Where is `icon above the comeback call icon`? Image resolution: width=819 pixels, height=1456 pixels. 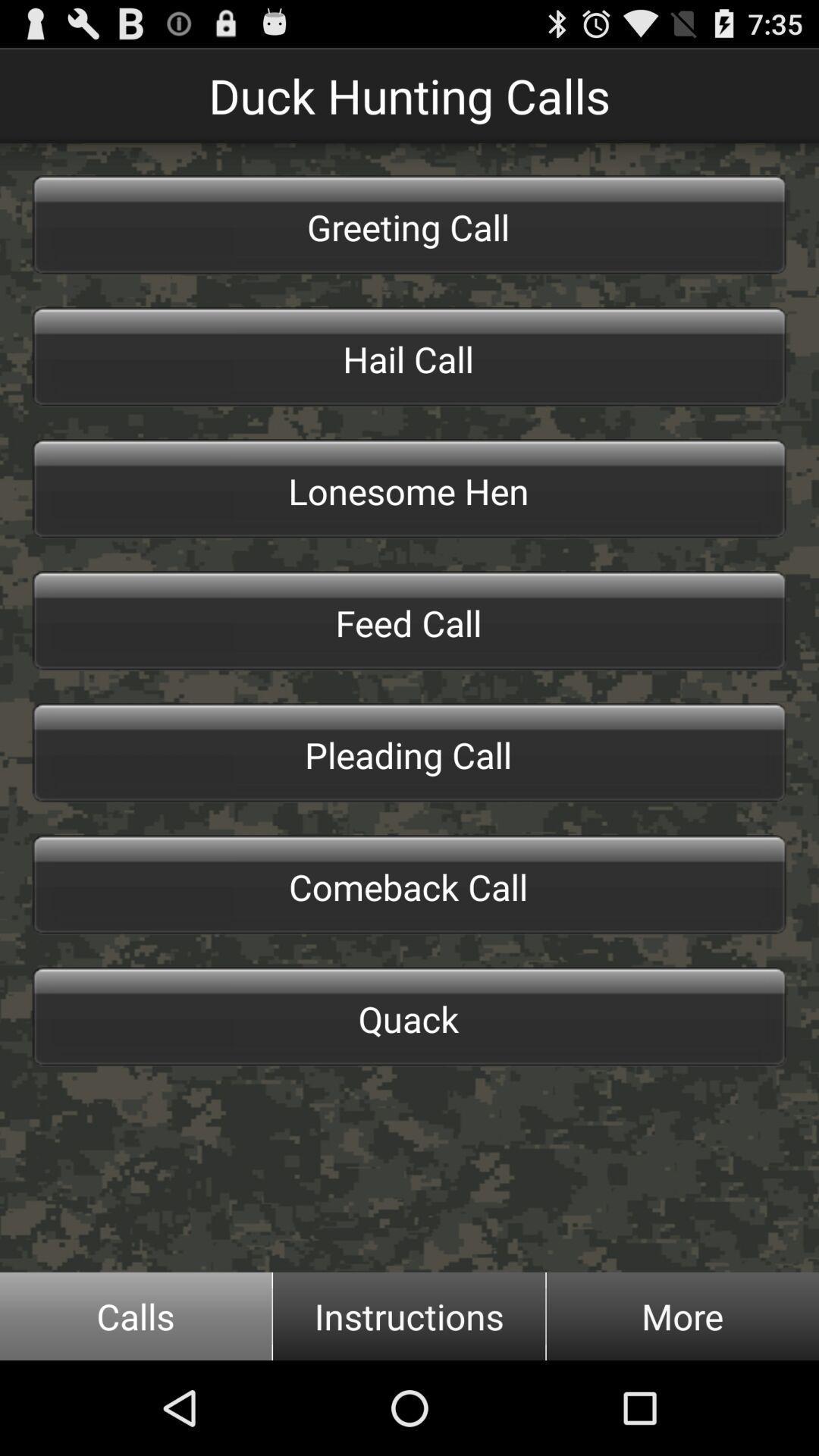
icon above the comeback call icon is located at coordinates (409, 753).